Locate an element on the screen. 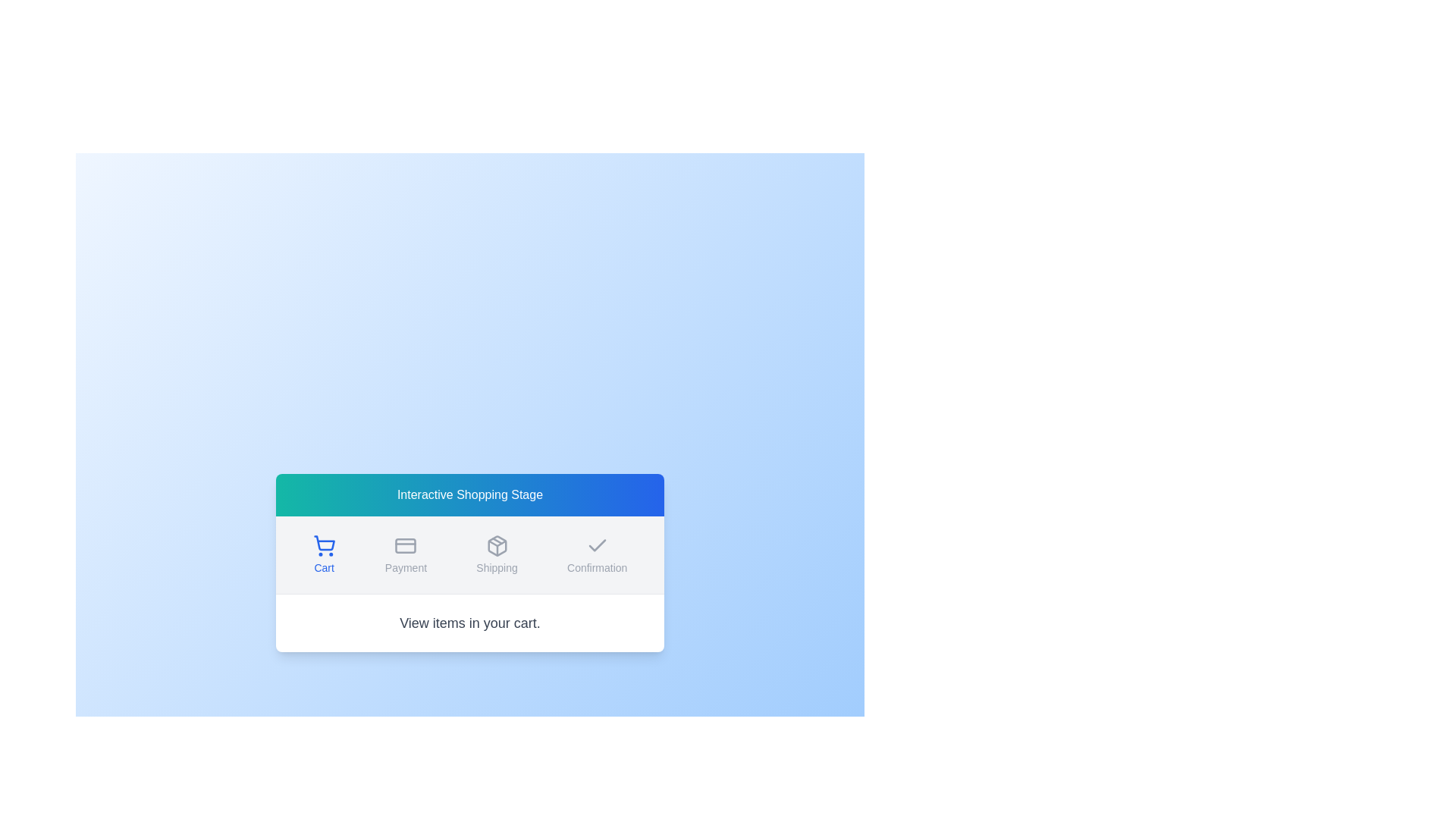 The image size is (1456, 819). the upward pointing triangular arrow shape, which is part of the SVG graphic under the title 'Shipping' is located at coordinates (497, 542).